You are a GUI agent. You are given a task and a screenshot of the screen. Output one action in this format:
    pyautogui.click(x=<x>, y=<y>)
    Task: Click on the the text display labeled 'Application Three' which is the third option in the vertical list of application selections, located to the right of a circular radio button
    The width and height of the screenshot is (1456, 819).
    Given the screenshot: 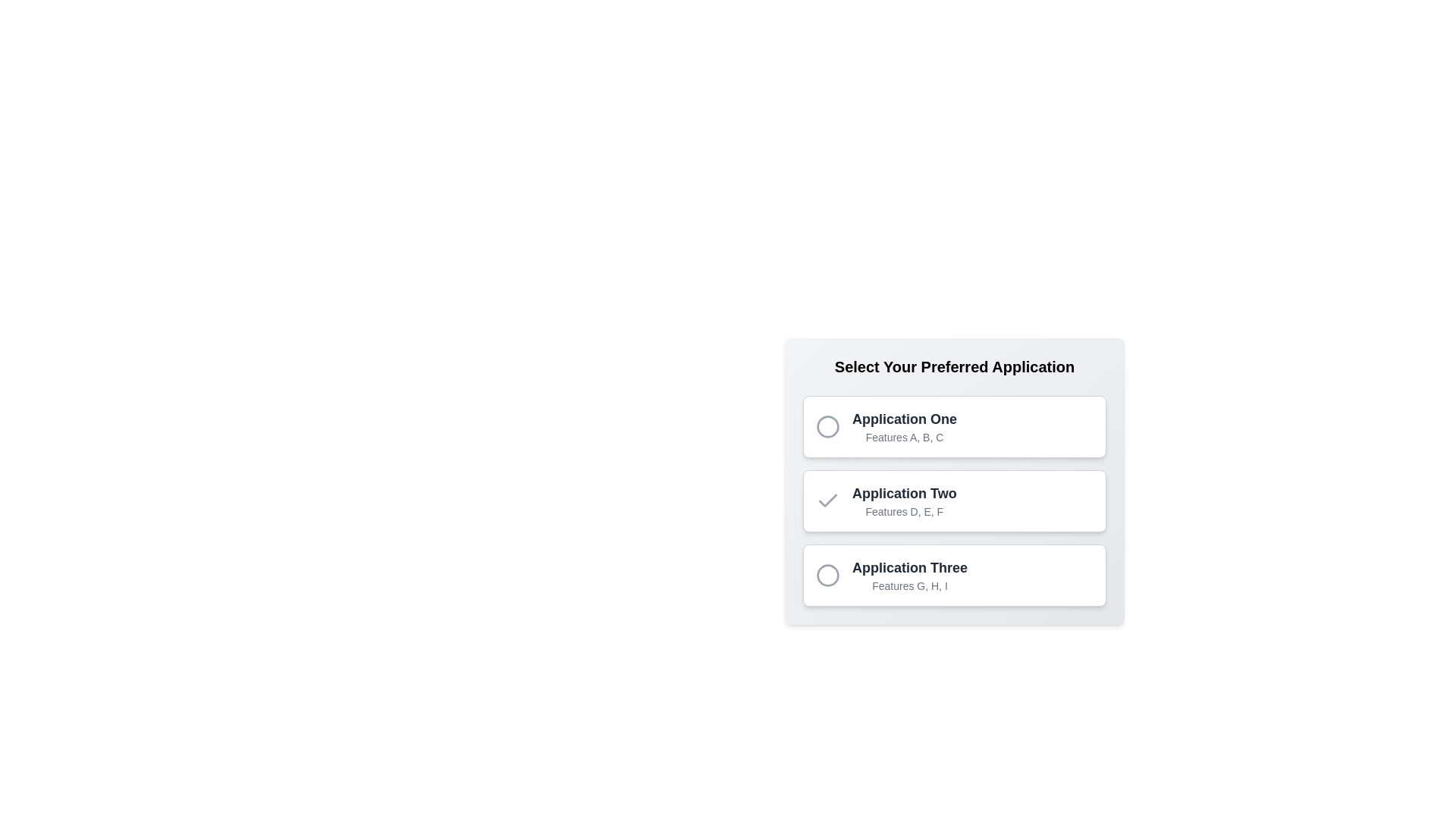 What is the action you would take?
    pyautogui.click(x=910, y=576)
    